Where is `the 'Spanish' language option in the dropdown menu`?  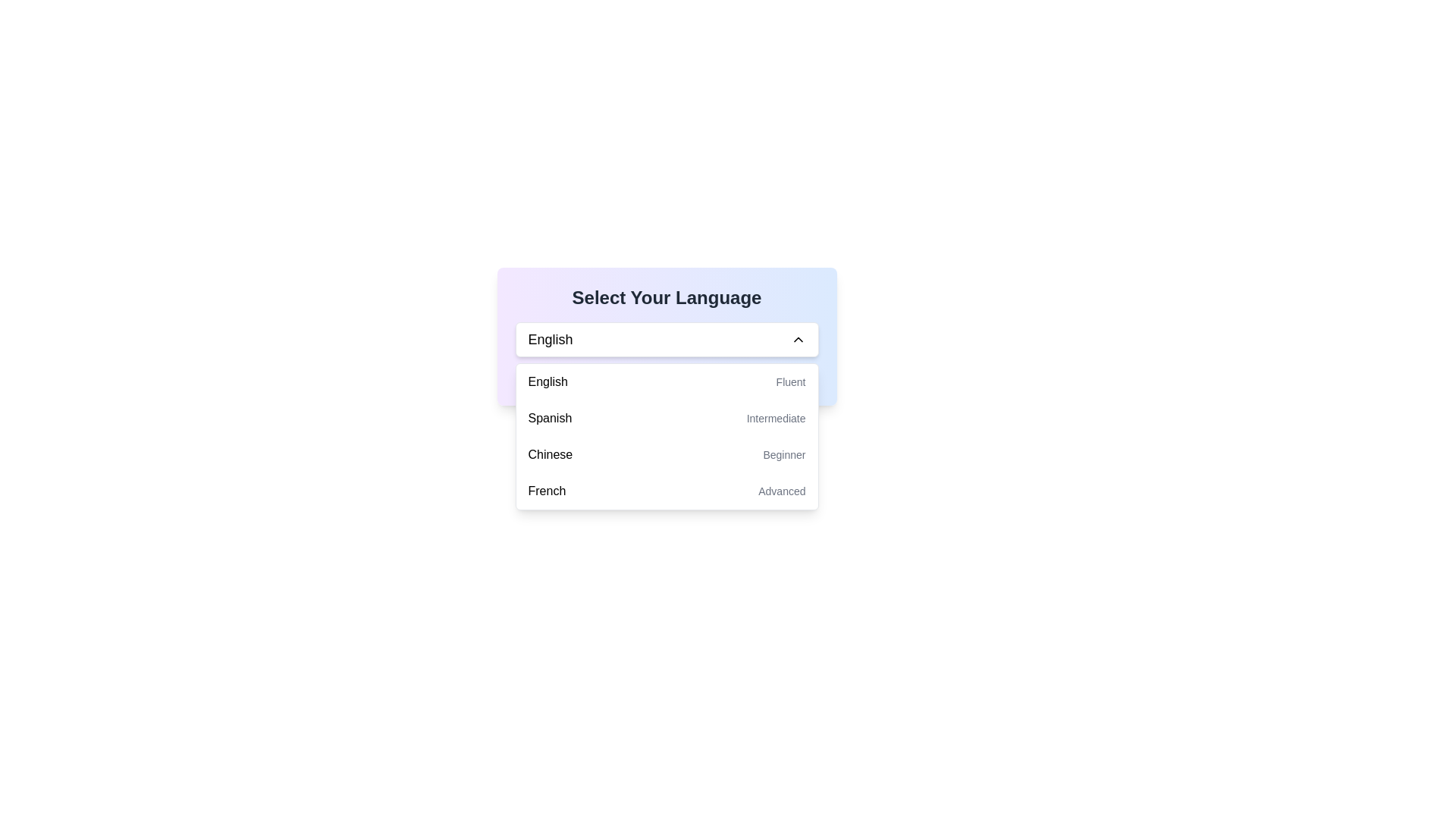 the 'Spanish' language option in the dropdown menu is located at coordinates (549, 418).